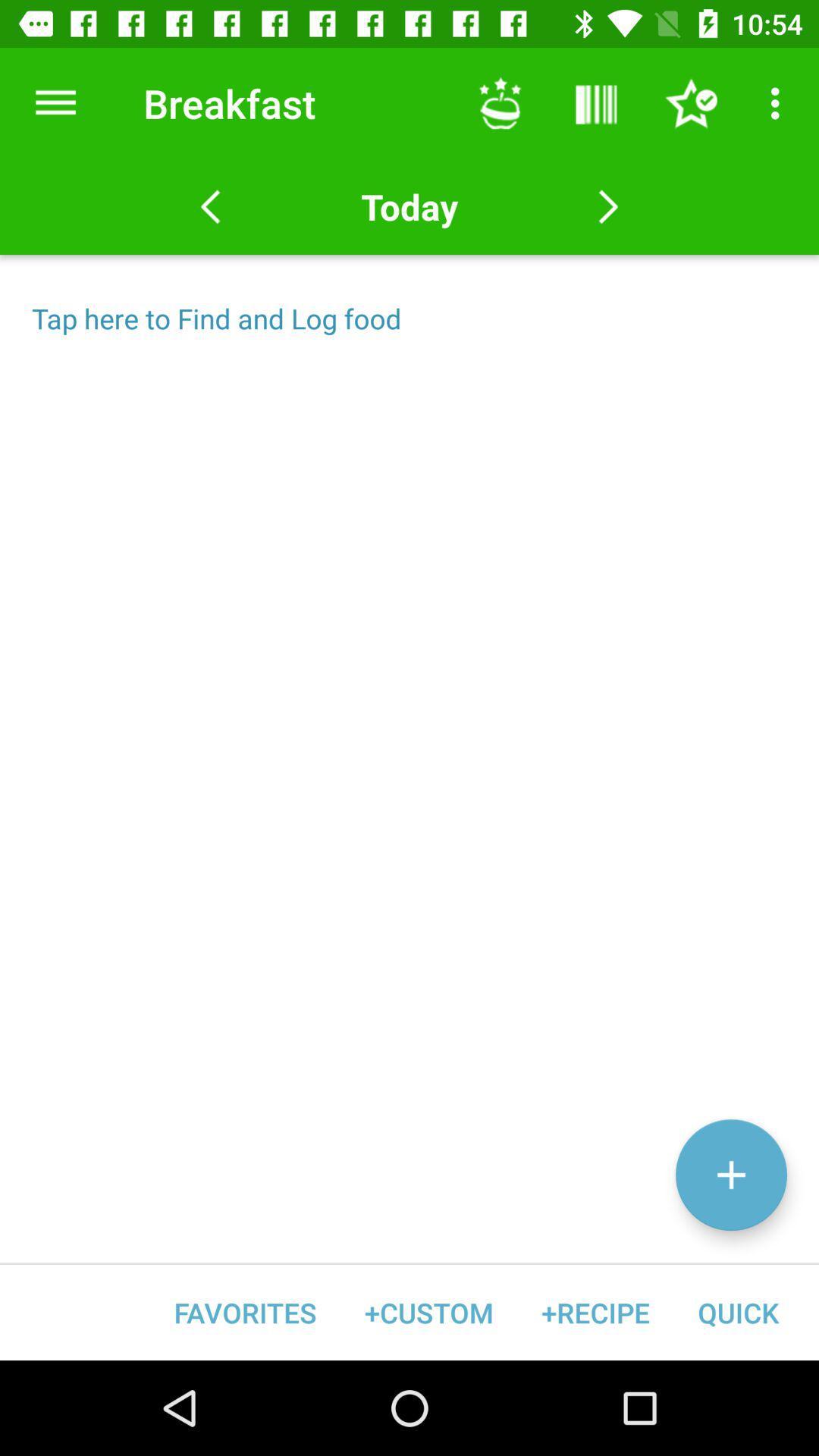 The width and height of the screenshot is (819, 1456). Describe the element at coordinates (607, 206) in the screenshot. I see `next day` at that location.